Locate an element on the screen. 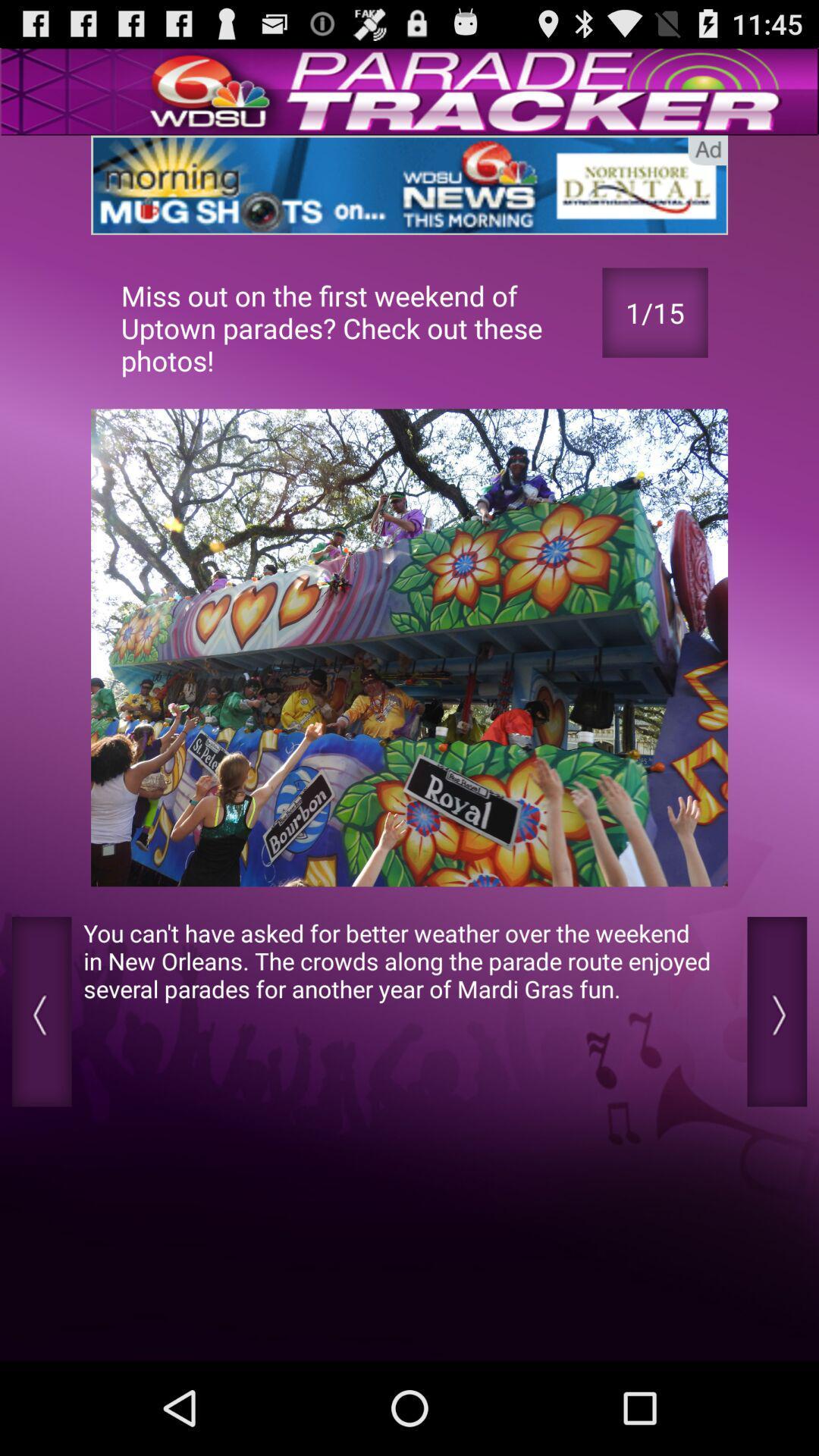 The width and height of the screenshot is (819, 1456). next option is located at coordinates (777, 1012).